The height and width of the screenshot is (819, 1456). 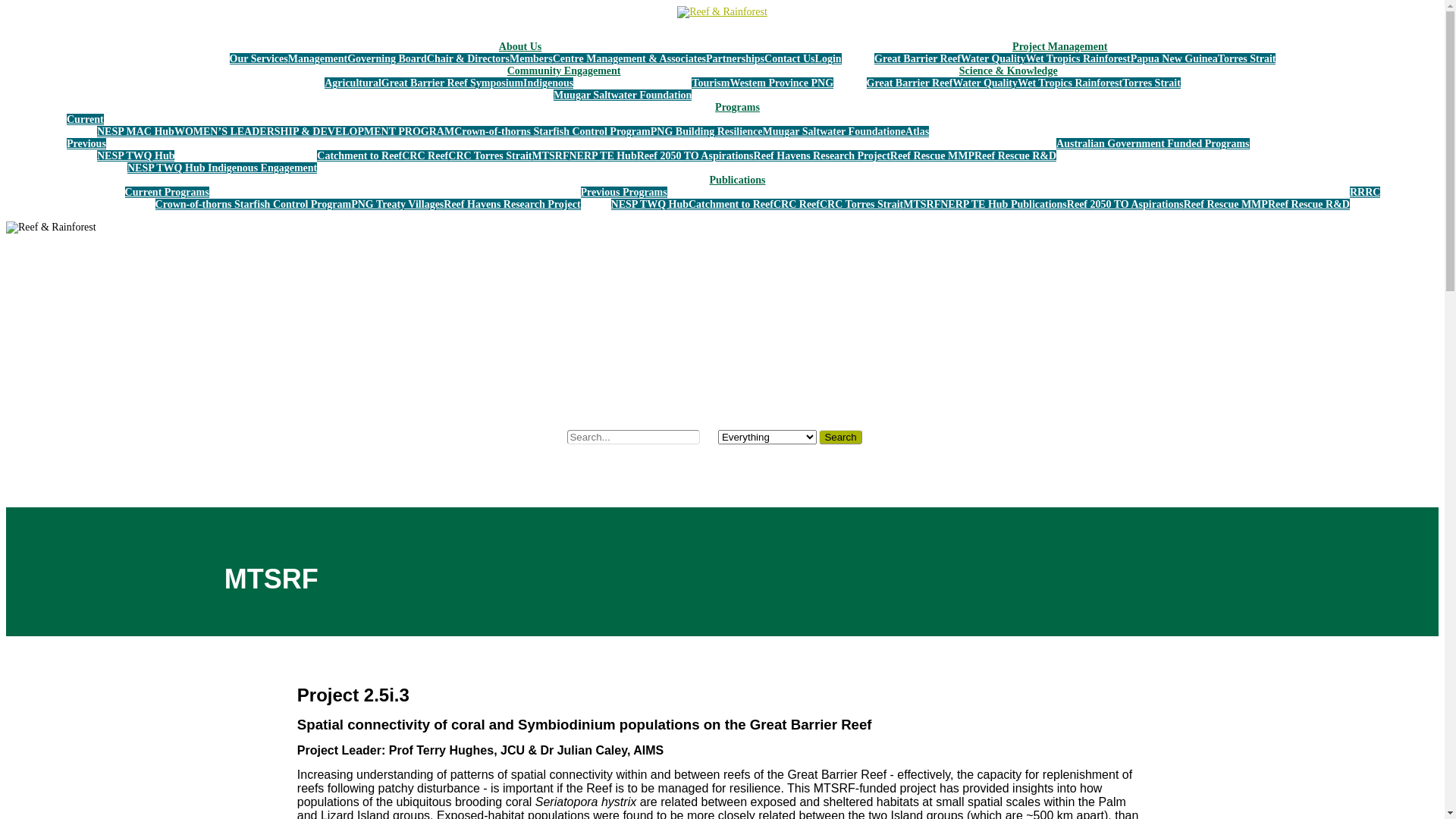 What do you see at coordinates (387, 58) in the screenshot?
I see `'Governing Board'` at bounding box center [387, 58].